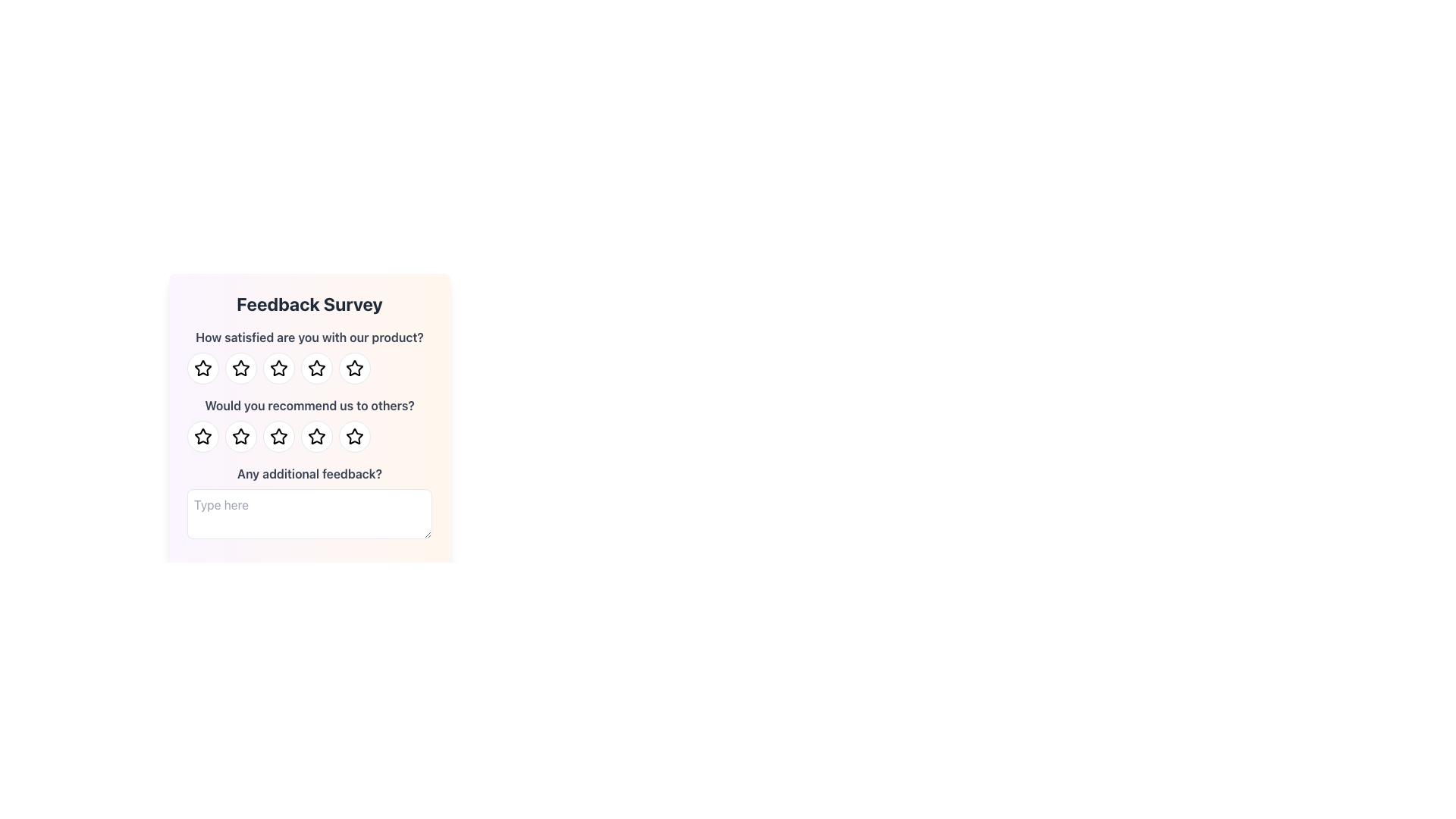 The image size is (1456, 819). I want to click on the fourth star-shaped rating icon in the feedback survey, so click(315, 436).